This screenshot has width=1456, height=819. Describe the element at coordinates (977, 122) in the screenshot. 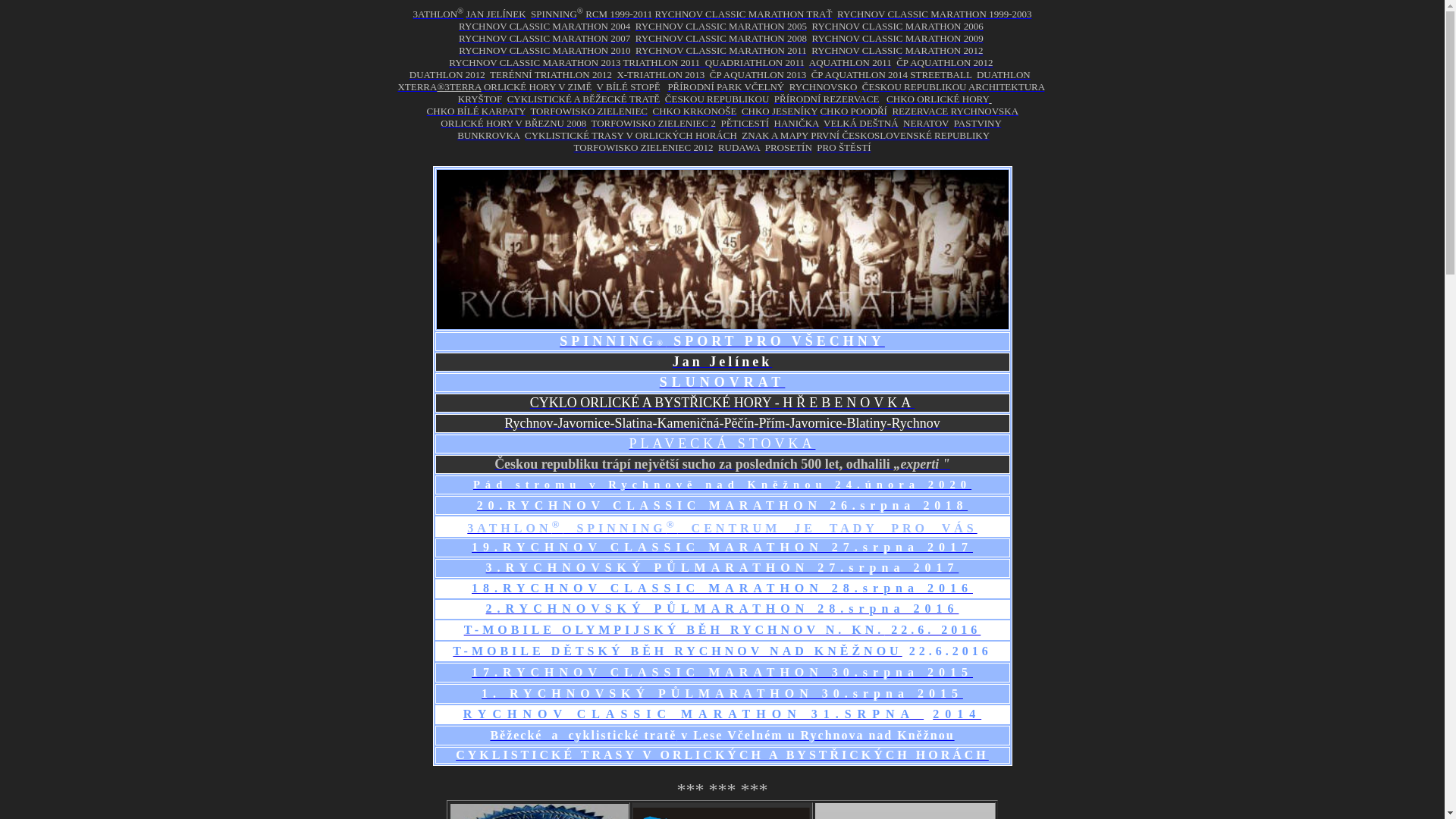

I see `'PASTVINY'` at that location.